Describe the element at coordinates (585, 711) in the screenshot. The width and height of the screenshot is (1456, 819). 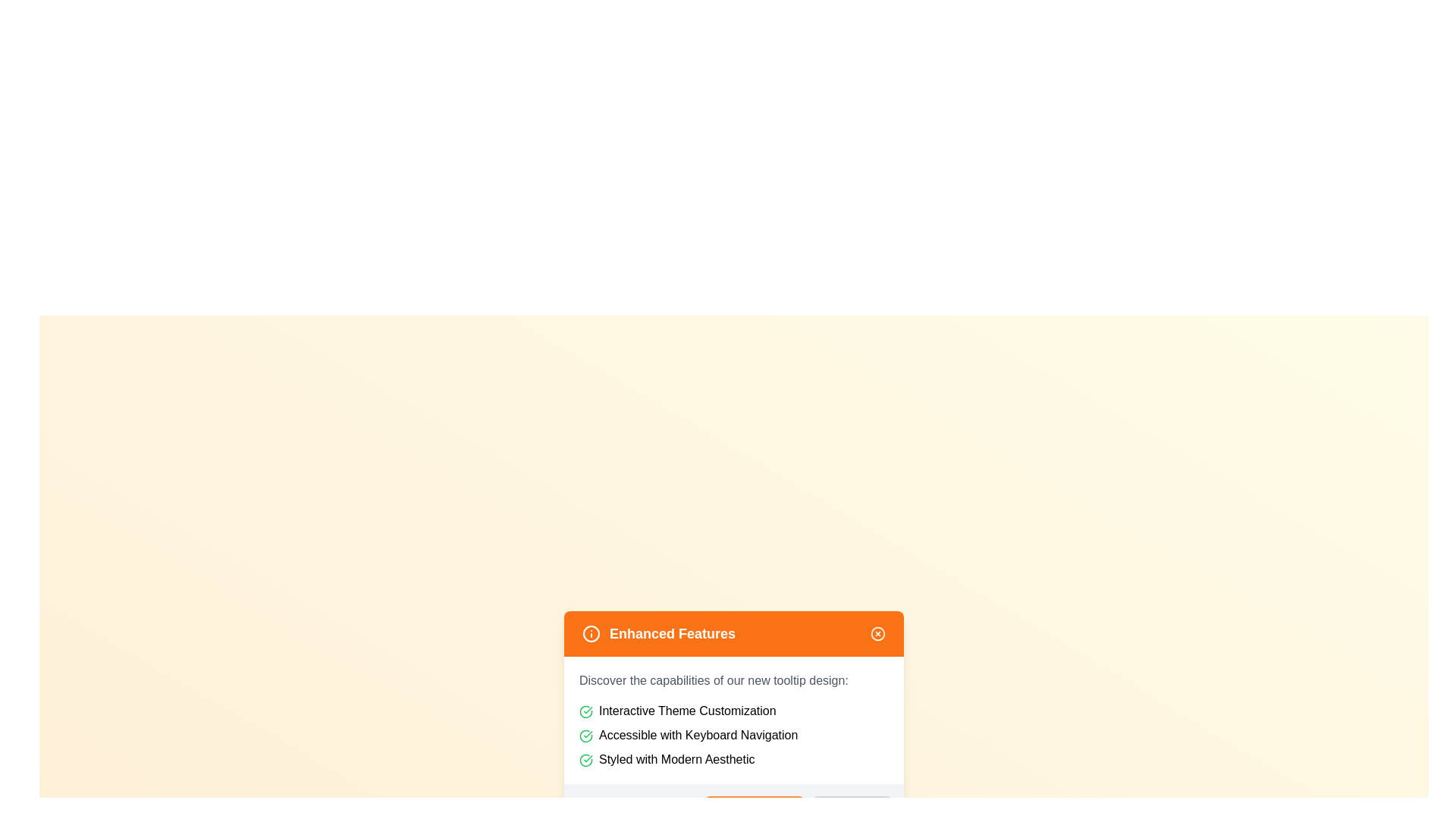
I see `the first icon in the list under the 'Interactive Theme Customization' section, which indicates the feature has been successfully implemented` at that location.